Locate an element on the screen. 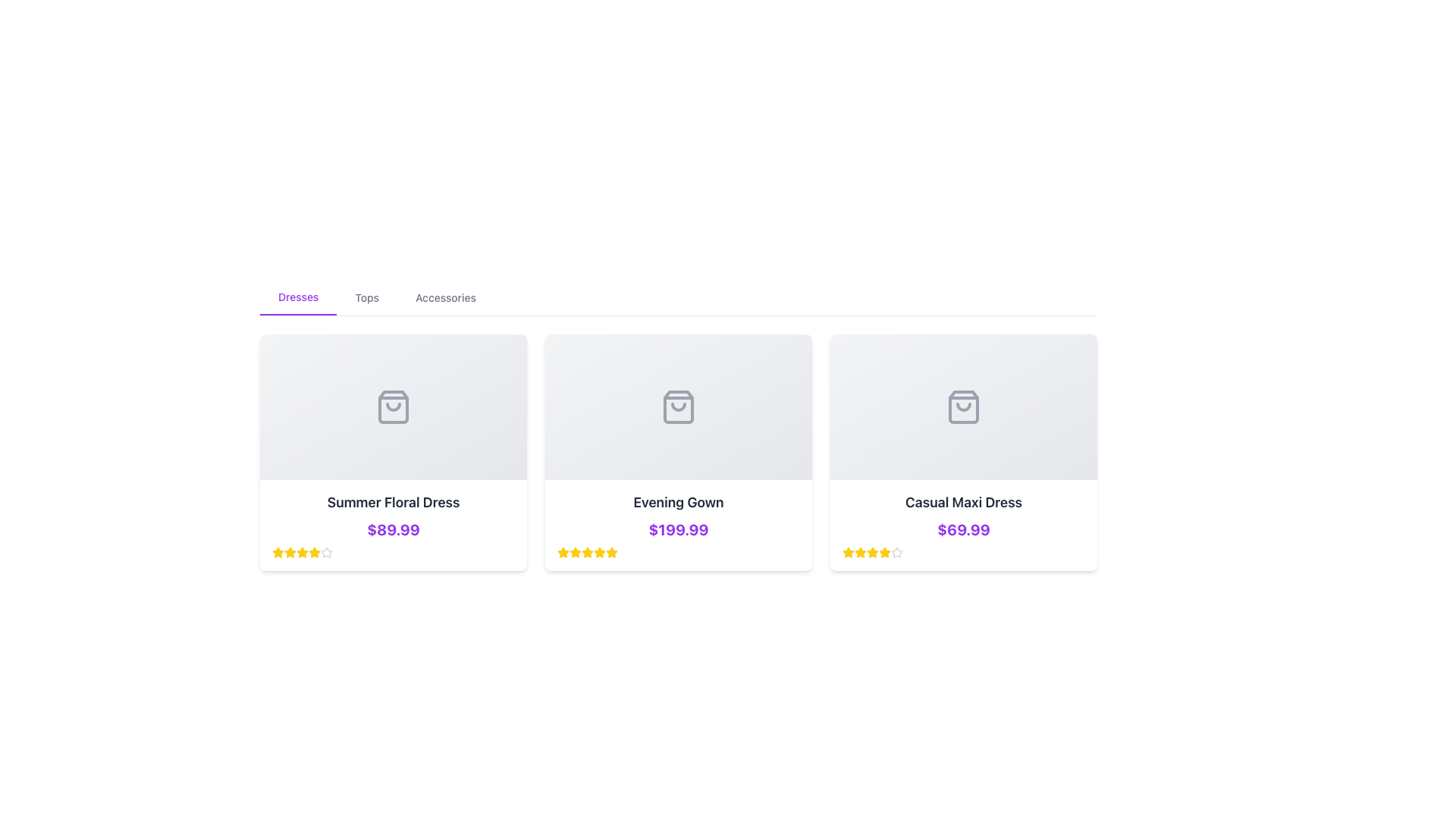 The width and height of the screenshot is (1456, 819). the fourth yellow star icon in the rating indicator for the product 'Casual Maxi Dress' is located at coordinates (884, 552).